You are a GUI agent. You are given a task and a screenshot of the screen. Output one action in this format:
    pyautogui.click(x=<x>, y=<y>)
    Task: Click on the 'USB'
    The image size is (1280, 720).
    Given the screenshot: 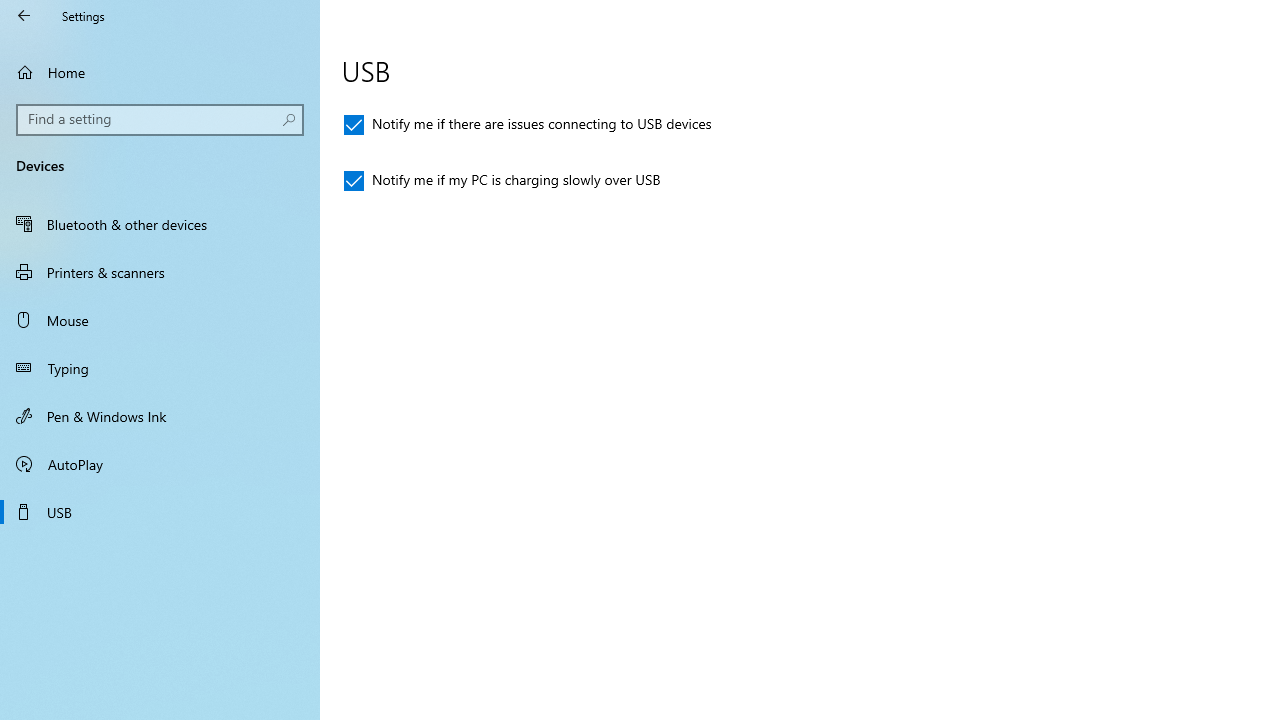 What is the action you would take?
    pyautogui.click(x=160, y=510)
    